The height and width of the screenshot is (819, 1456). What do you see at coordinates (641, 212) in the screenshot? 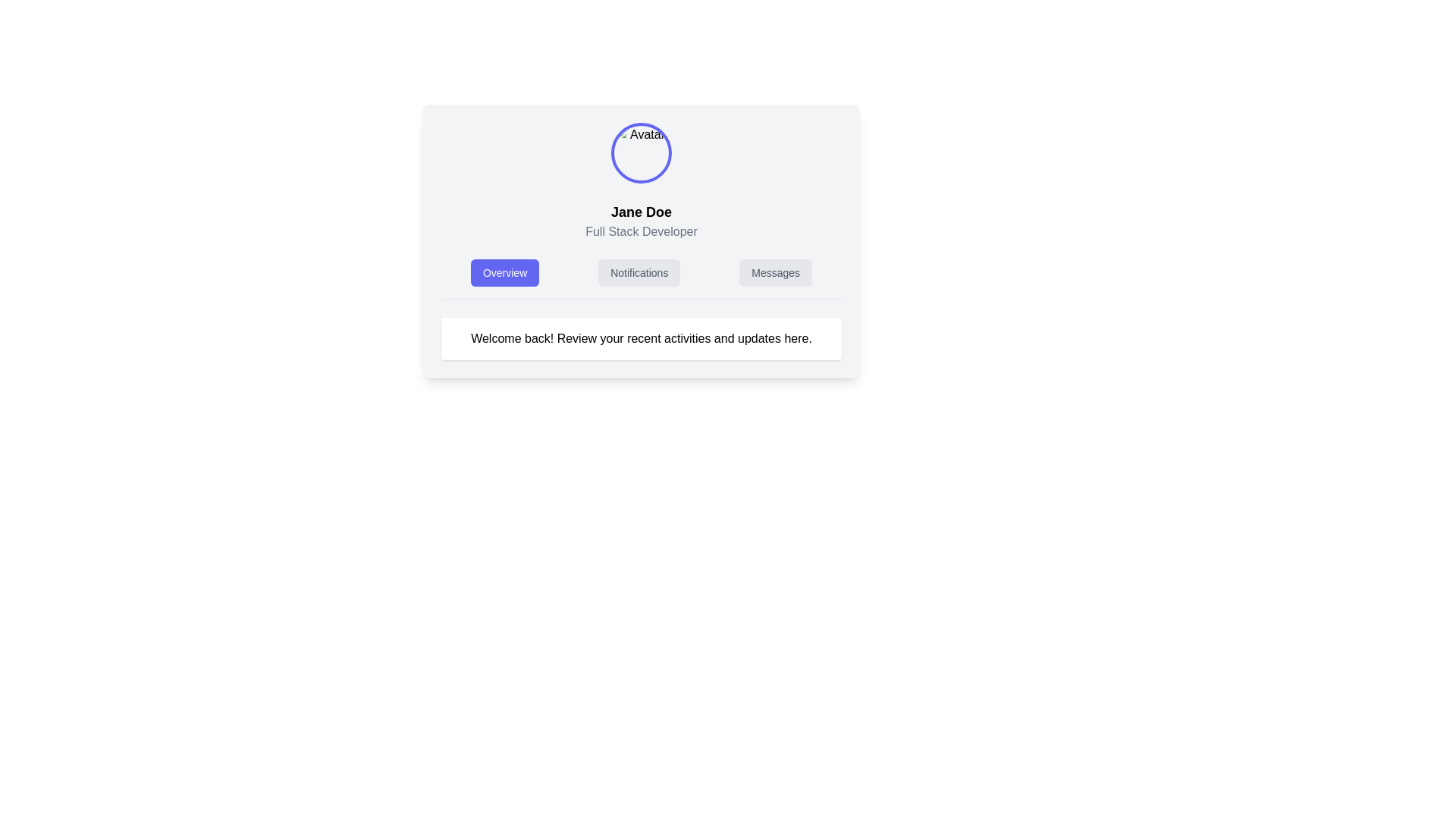
I see `the text label displaying the person's name in the user profile section, which is positioned below the circular avatar image and above the 'Full Stack Developer' text label` at bounding box center [641, 212].